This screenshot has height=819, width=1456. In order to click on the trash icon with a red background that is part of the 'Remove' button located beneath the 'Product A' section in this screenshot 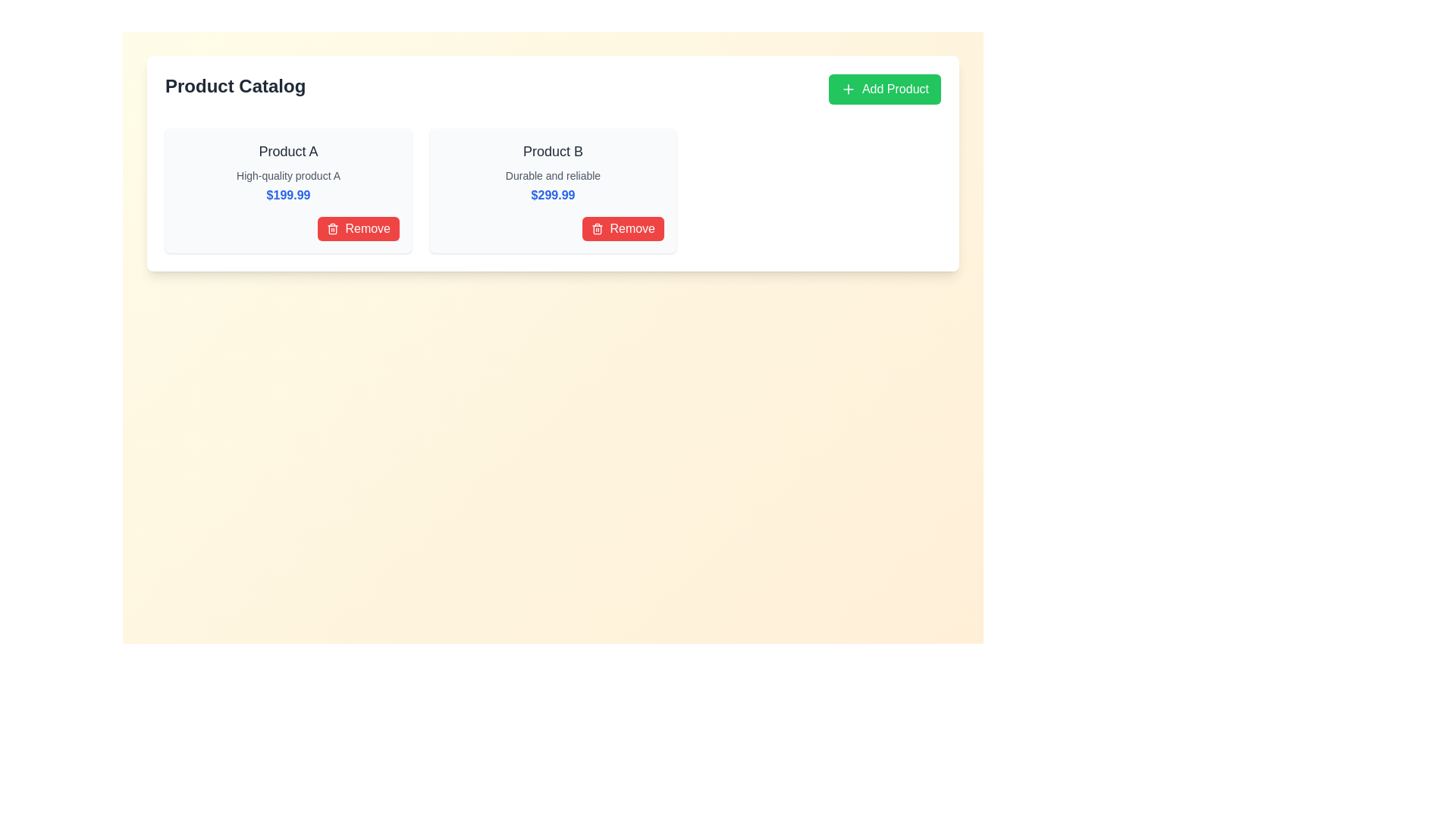, I will do `click(332, 228)`.